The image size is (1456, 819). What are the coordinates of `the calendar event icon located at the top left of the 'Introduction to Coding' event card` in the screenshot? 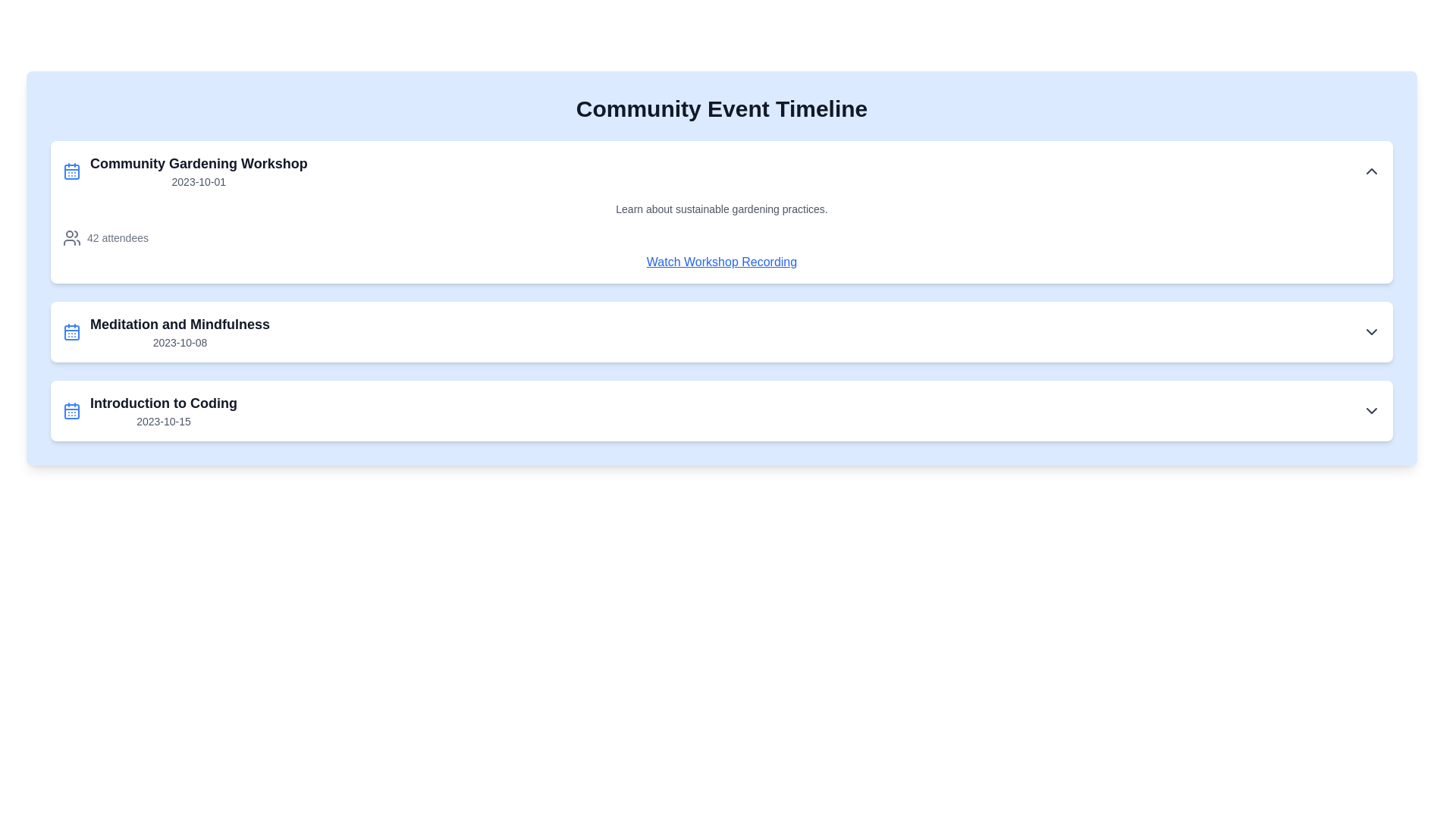 It's located at (71, 411).